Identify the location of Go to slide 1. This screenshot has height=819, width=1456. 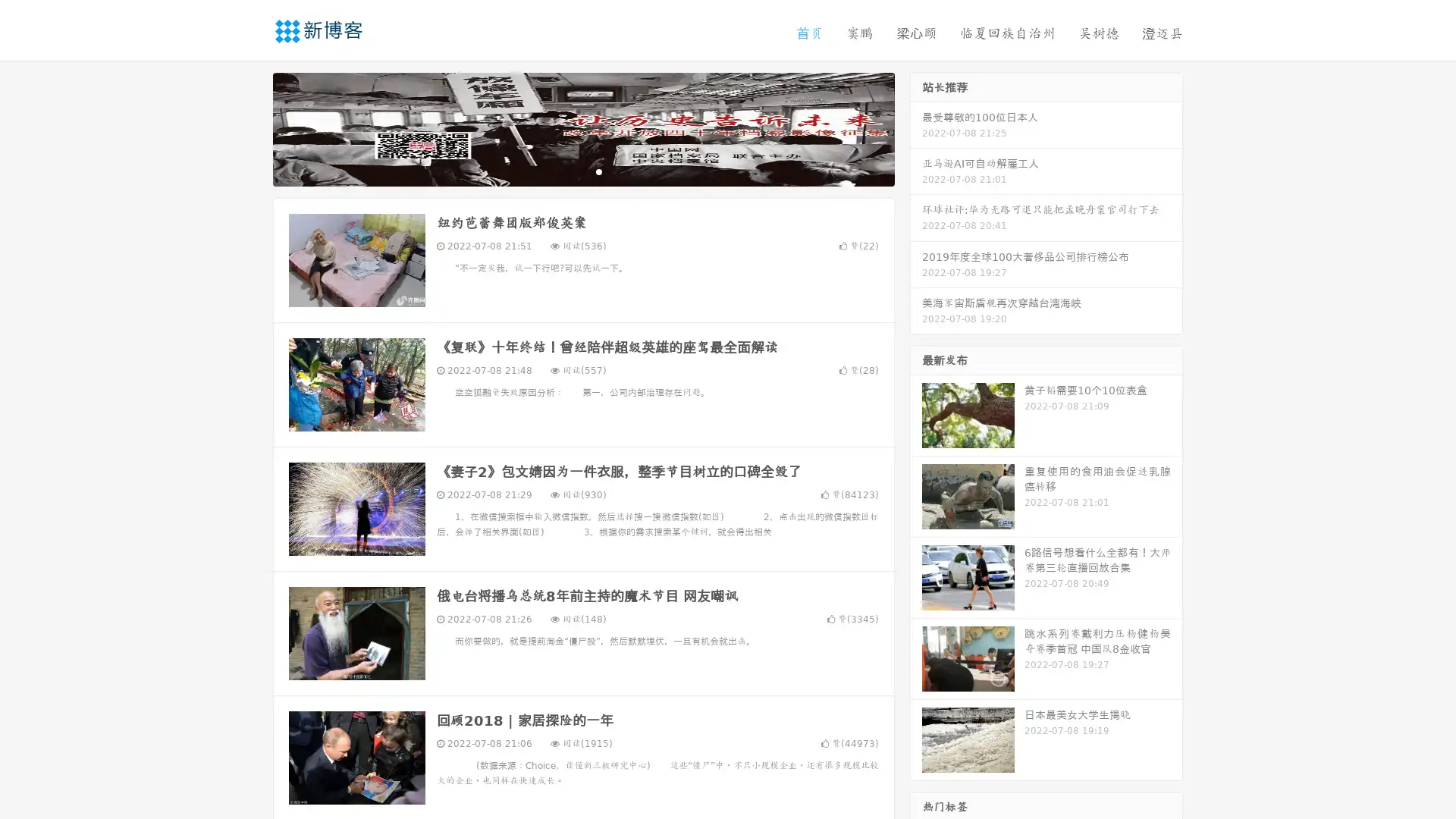
(567, 171).